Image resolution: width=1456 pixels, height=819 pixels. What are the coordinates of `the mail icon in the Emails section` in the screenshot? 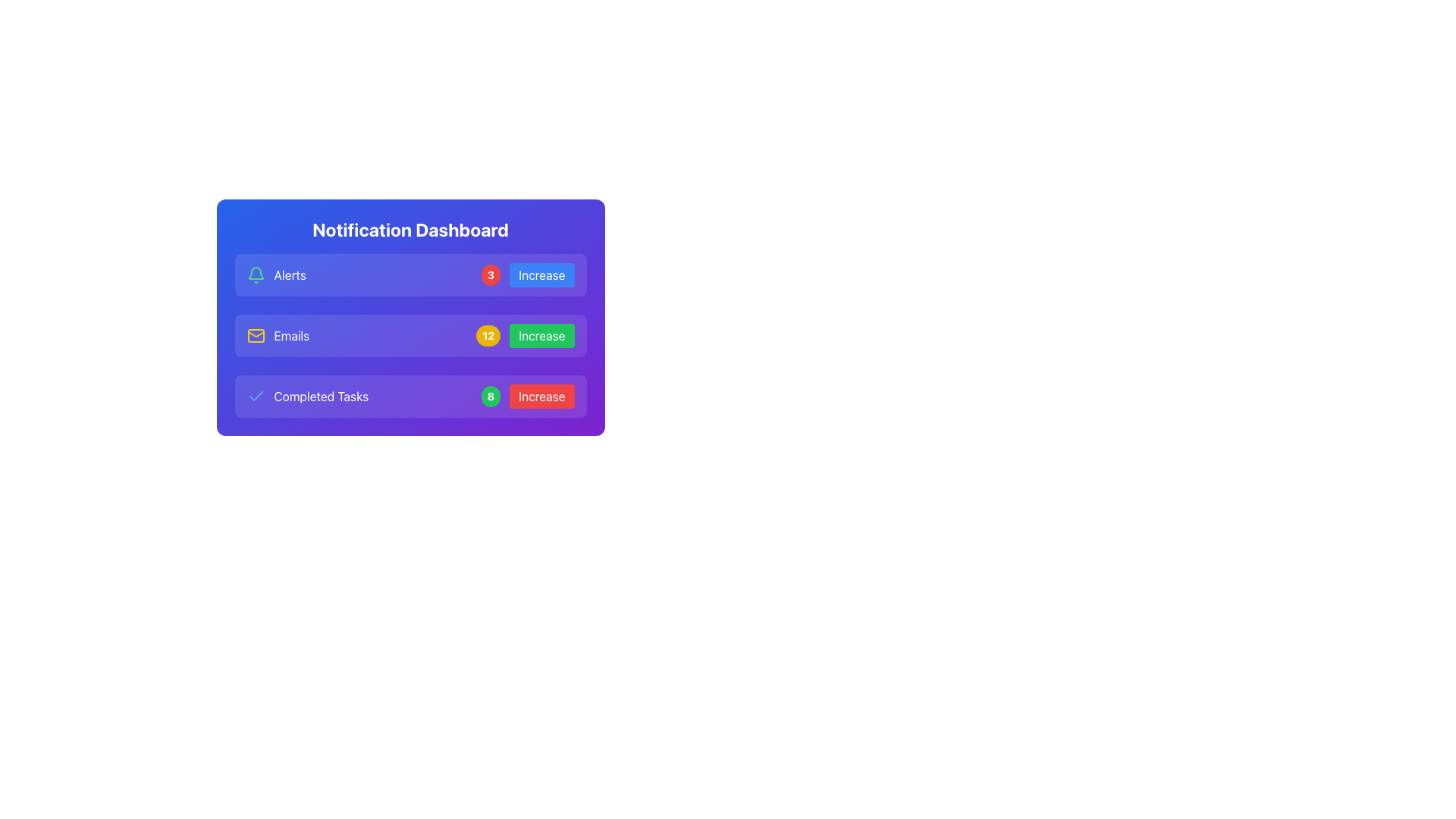 It's located at (256, 335).